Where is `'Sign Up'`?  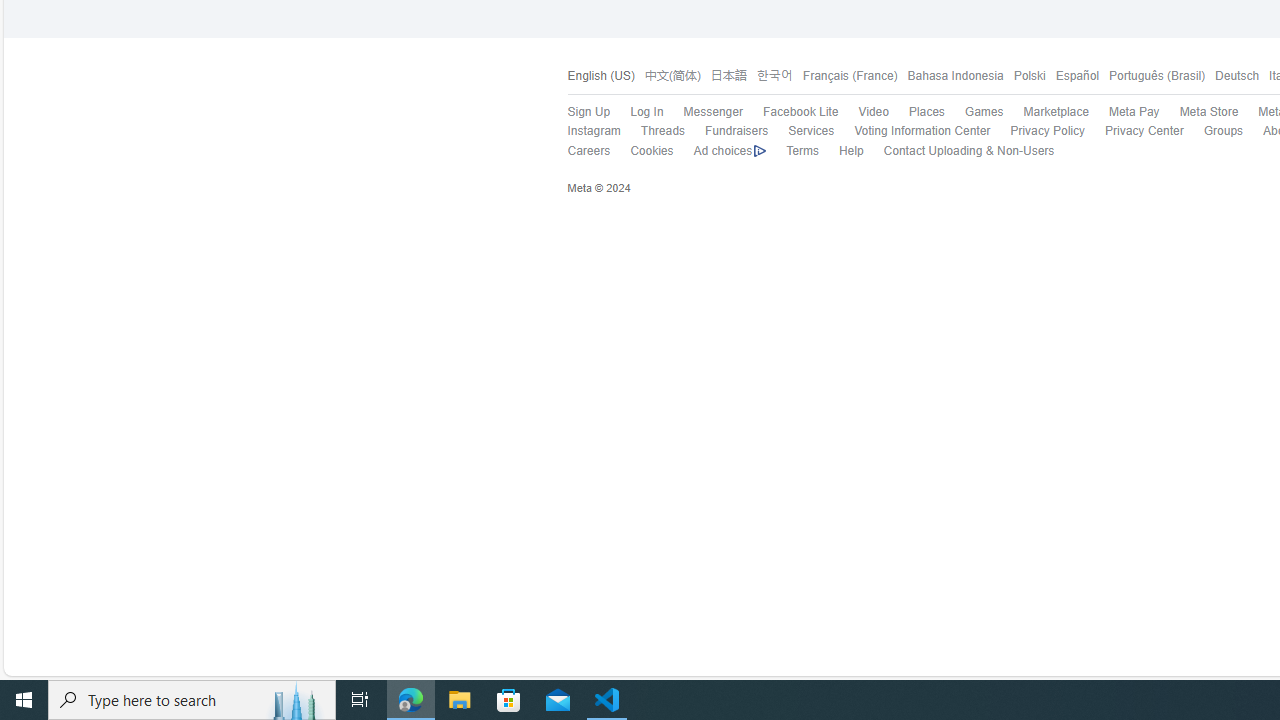
'Sign Up' is located at coordinates (587, 112).